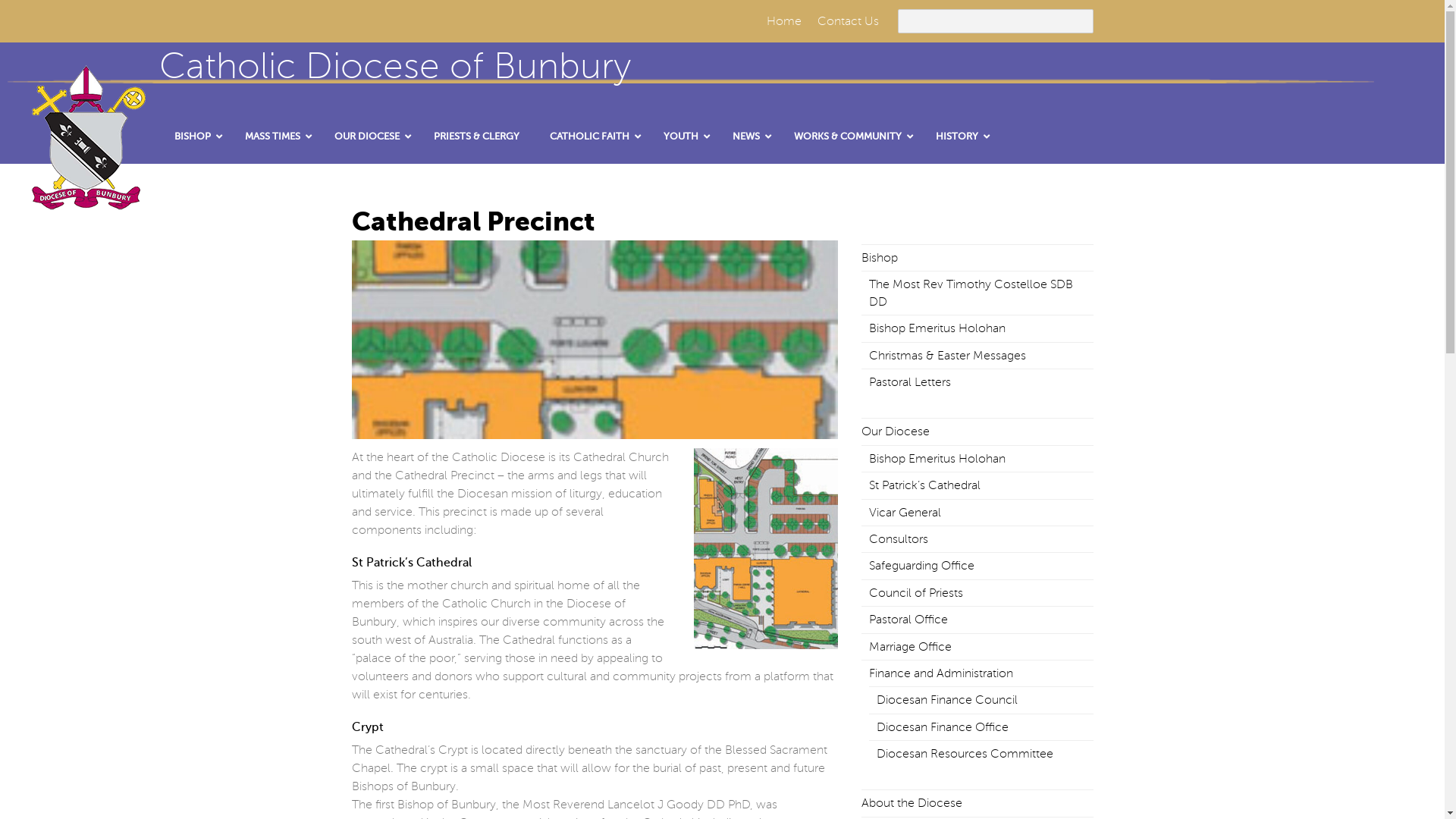  What do you see at coordinates (964, 754) in the screenshot?
I see `'Diocesan Resources Committee'` at bounding box center [964, 754].